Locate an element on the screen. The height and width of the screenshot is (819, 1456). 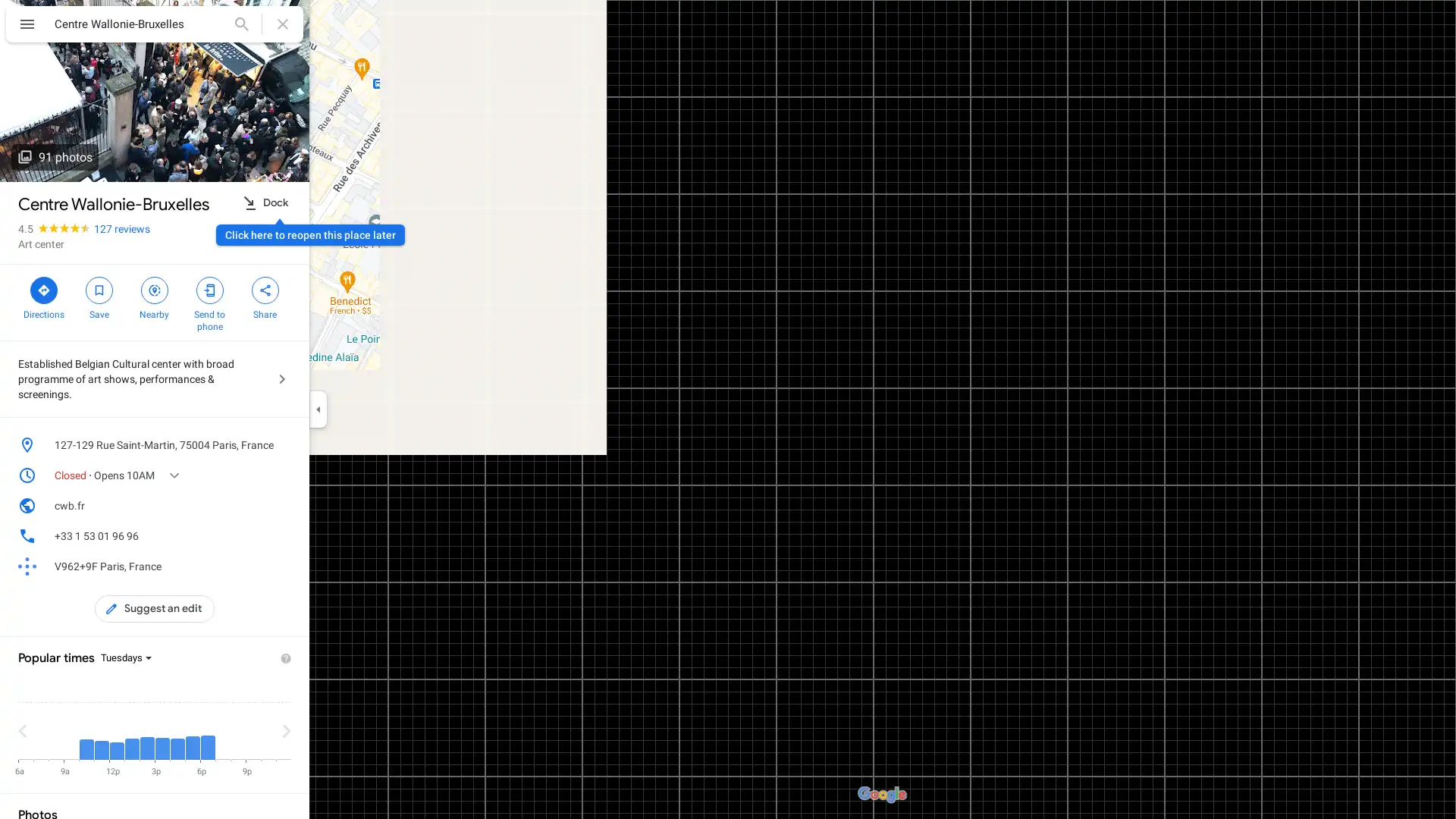
Copy address is located at coordinates (284, 444).